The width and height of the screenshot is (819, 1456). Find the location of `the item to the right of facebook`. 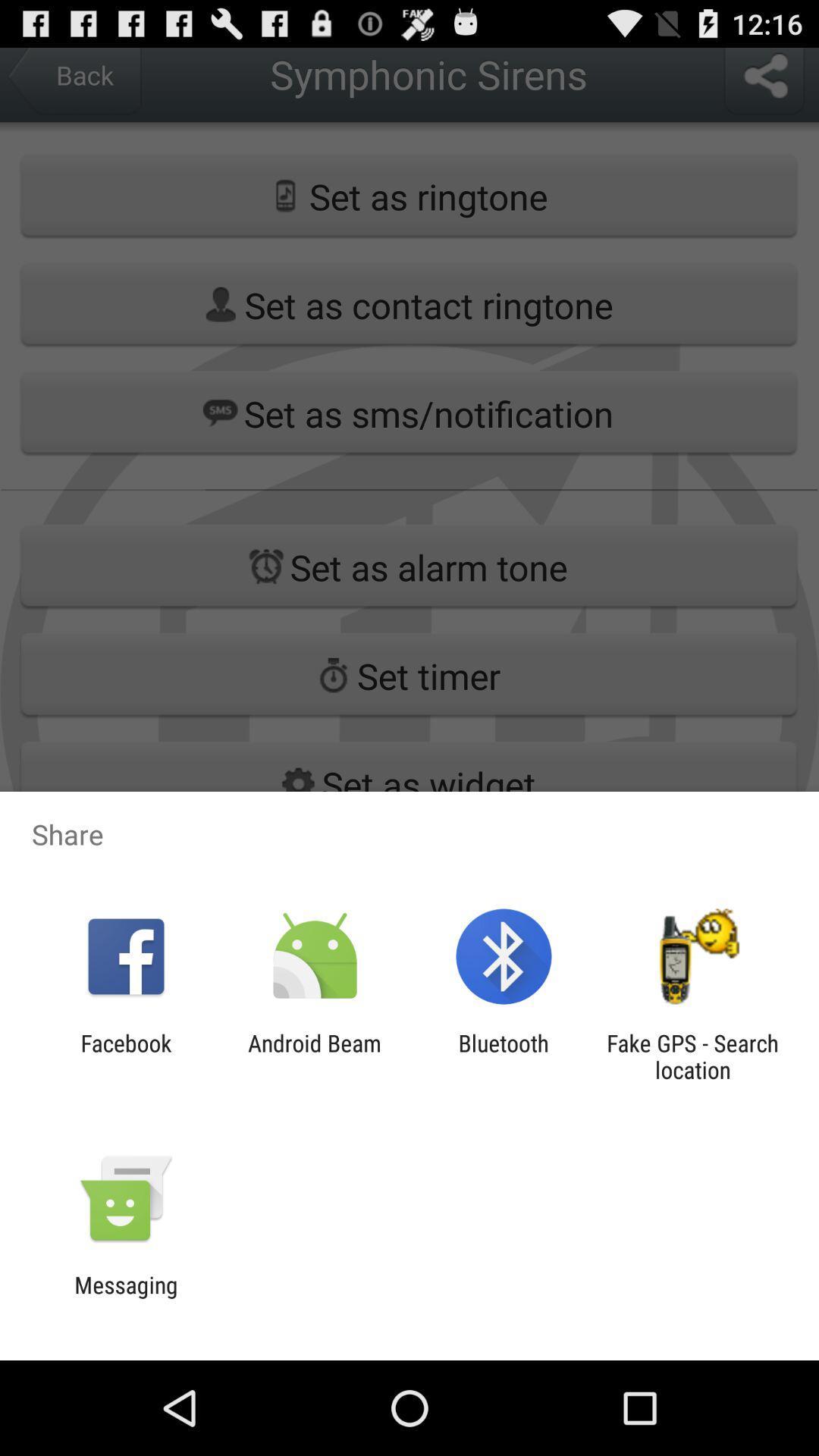

the item to the right of facebook is located at coordinates (314, 1056).